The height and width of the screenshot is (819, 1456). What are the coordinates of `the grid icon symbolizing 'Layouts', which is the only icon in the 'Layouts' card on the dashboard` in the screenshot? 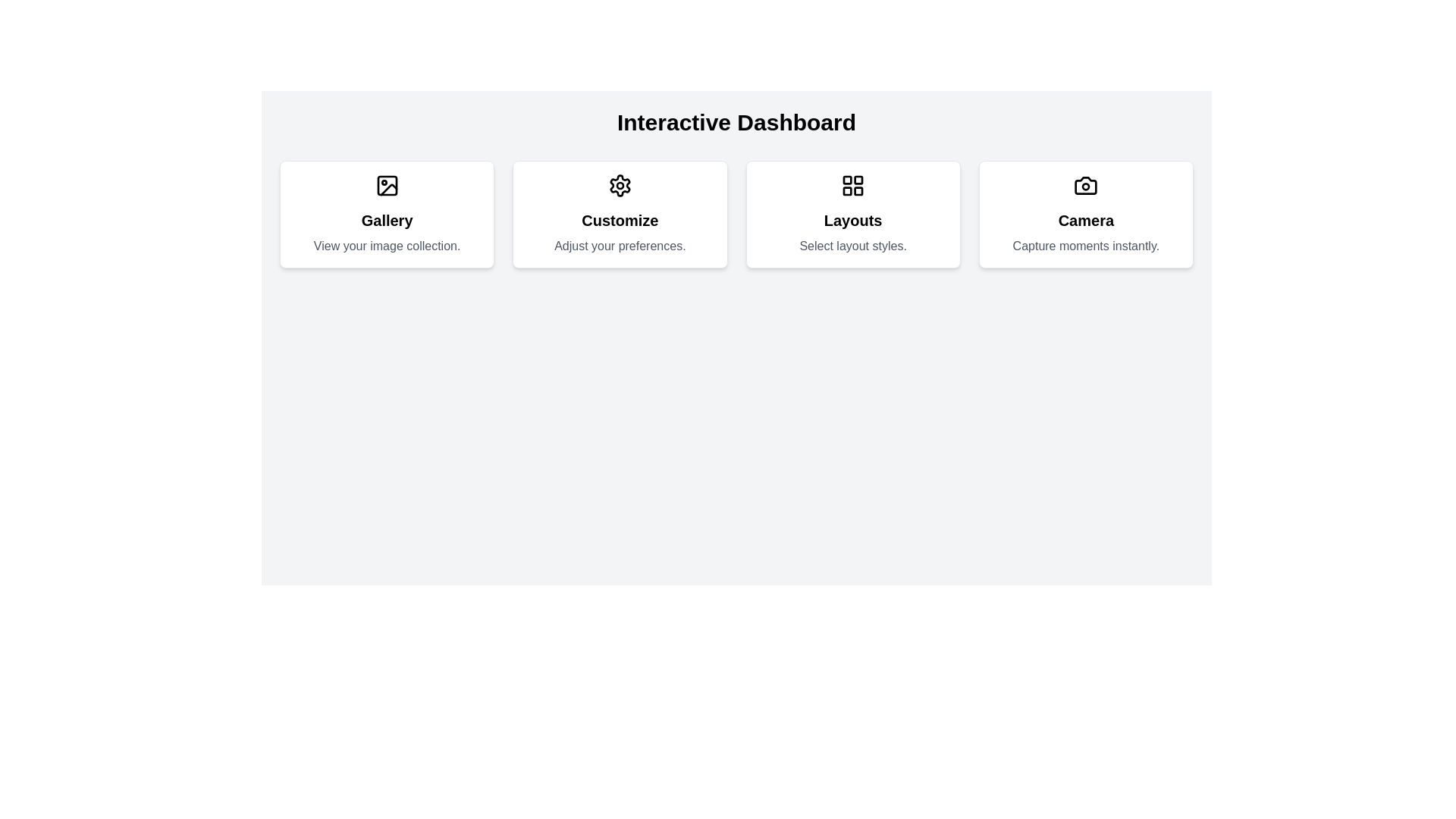 It's located at (853, 185).